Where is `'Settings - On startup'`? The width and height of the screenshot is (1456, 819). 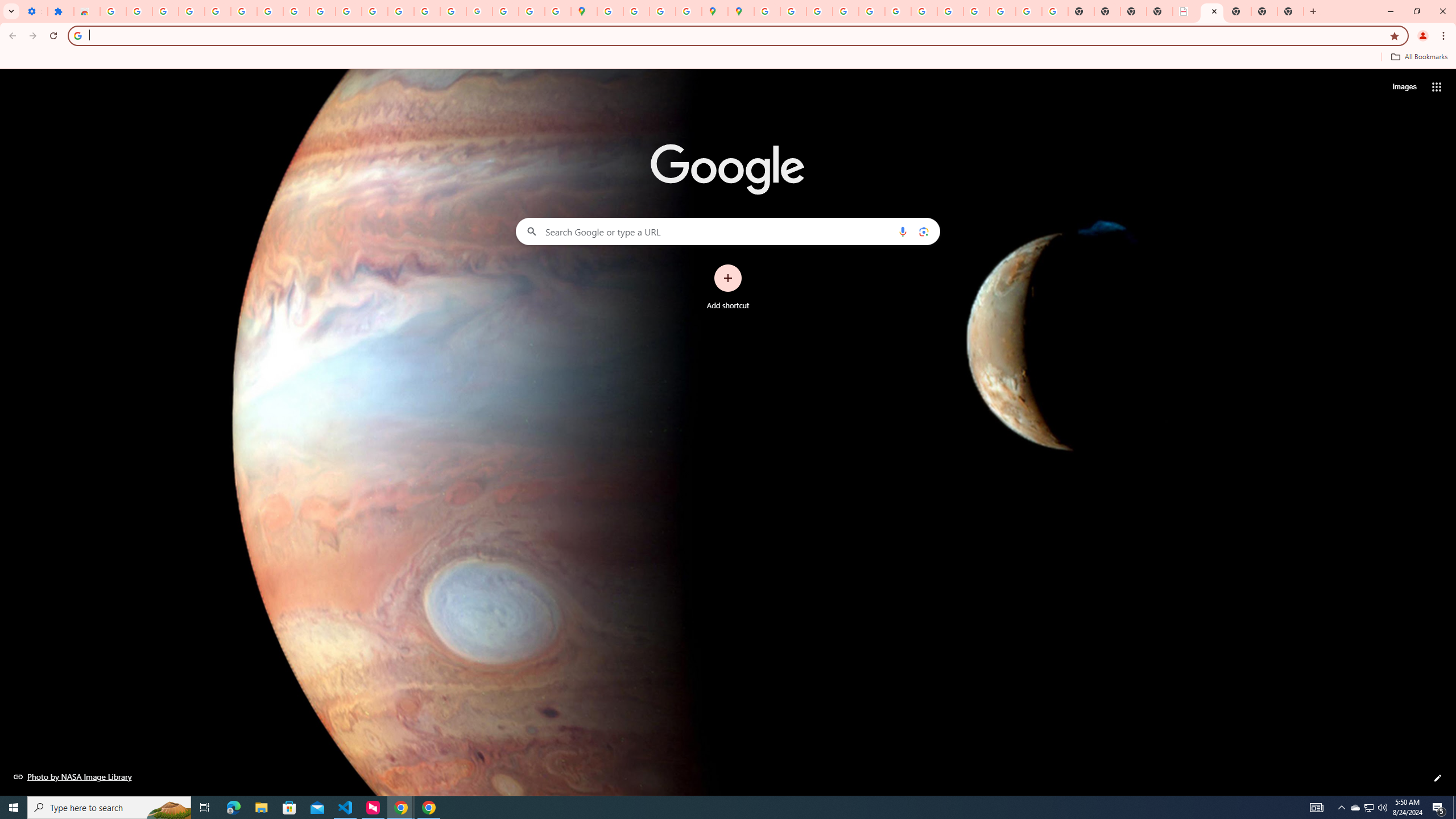
'Settings - On startup' is located at coordinates (34, 11).